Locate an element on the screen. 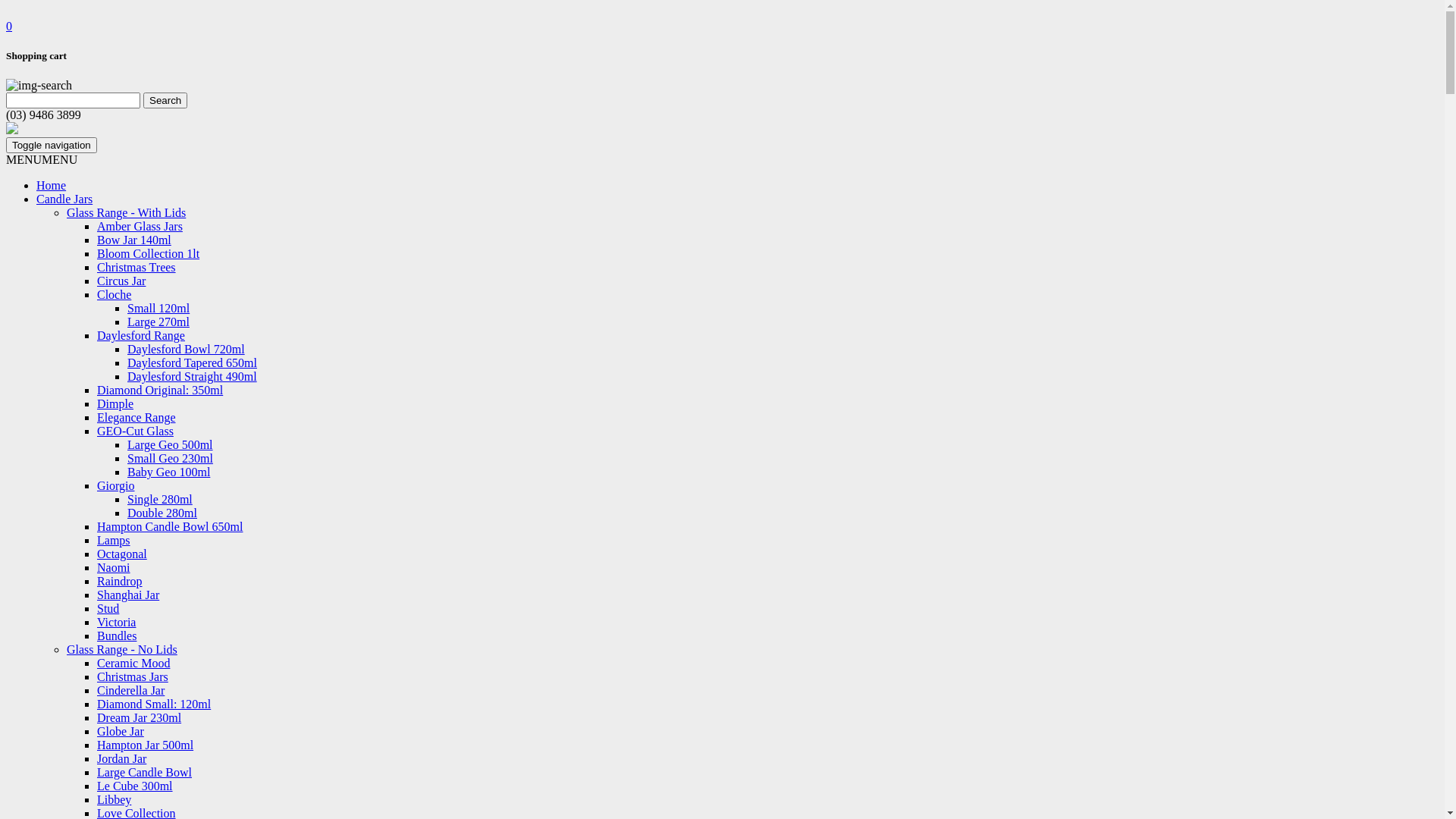 The height and width of the screenshot is (819, 1456). 'Naomi' is located at coordinates (96, 567).